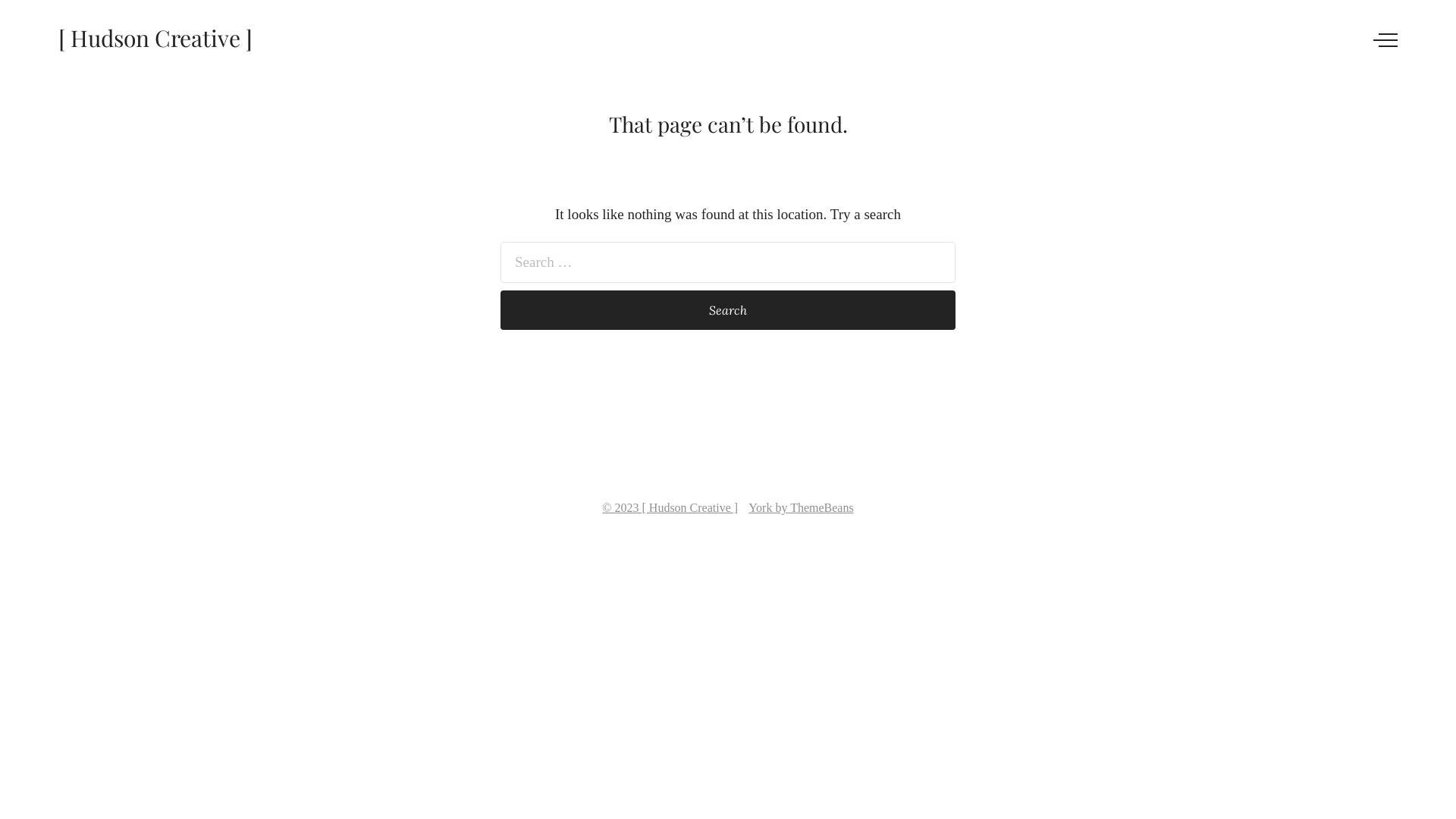  I want to click on 'Search', so click(728, 309).